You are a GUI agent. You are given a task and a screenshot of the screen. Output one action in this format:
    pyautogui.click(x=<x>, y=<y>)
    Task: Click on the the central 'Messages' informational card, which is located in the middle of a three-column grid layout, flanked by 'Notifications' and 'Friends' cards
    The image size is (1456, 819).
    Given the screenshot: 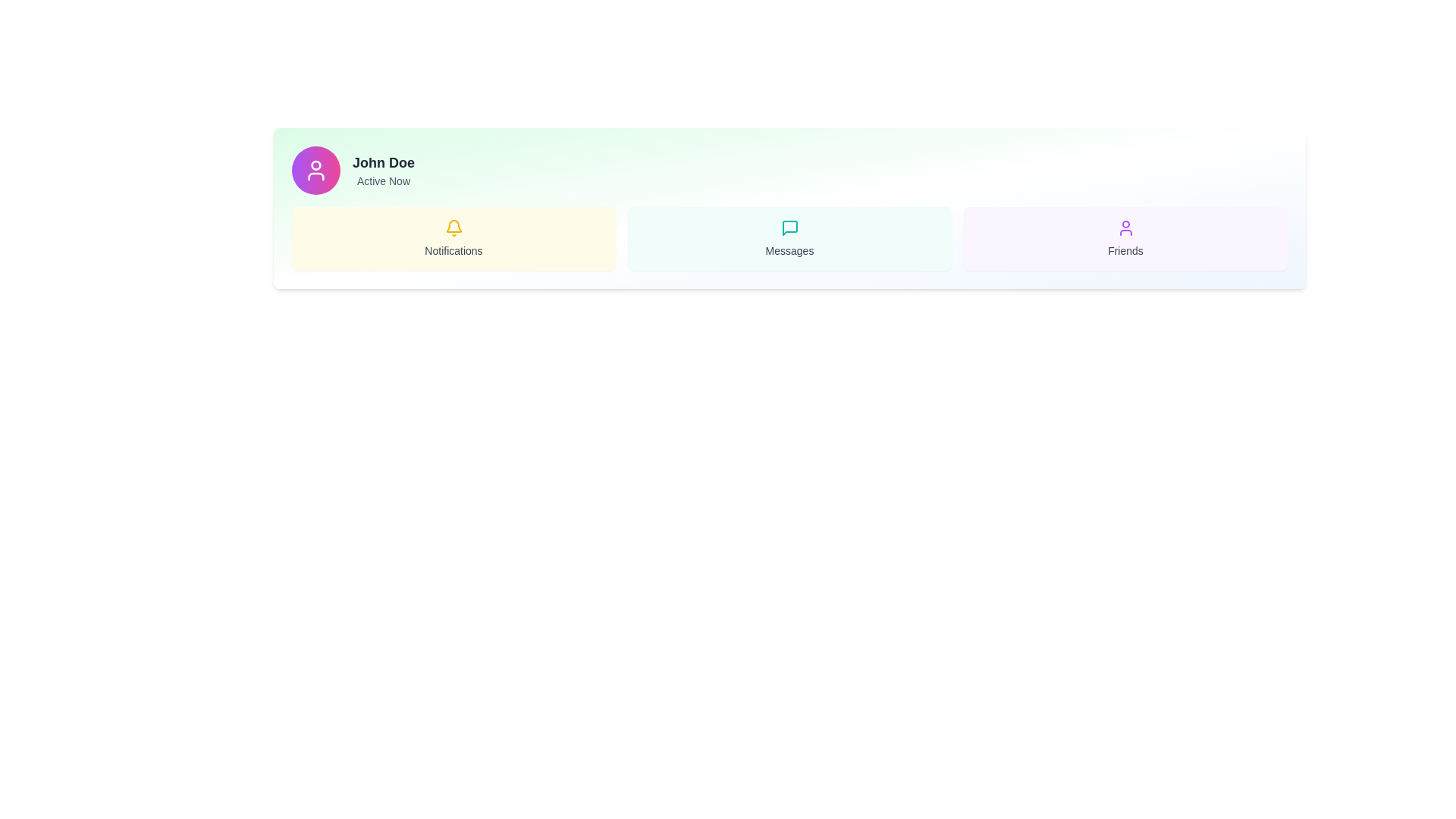 What is the action you would take?
    pyautogui.click(x=789, y=239)
    